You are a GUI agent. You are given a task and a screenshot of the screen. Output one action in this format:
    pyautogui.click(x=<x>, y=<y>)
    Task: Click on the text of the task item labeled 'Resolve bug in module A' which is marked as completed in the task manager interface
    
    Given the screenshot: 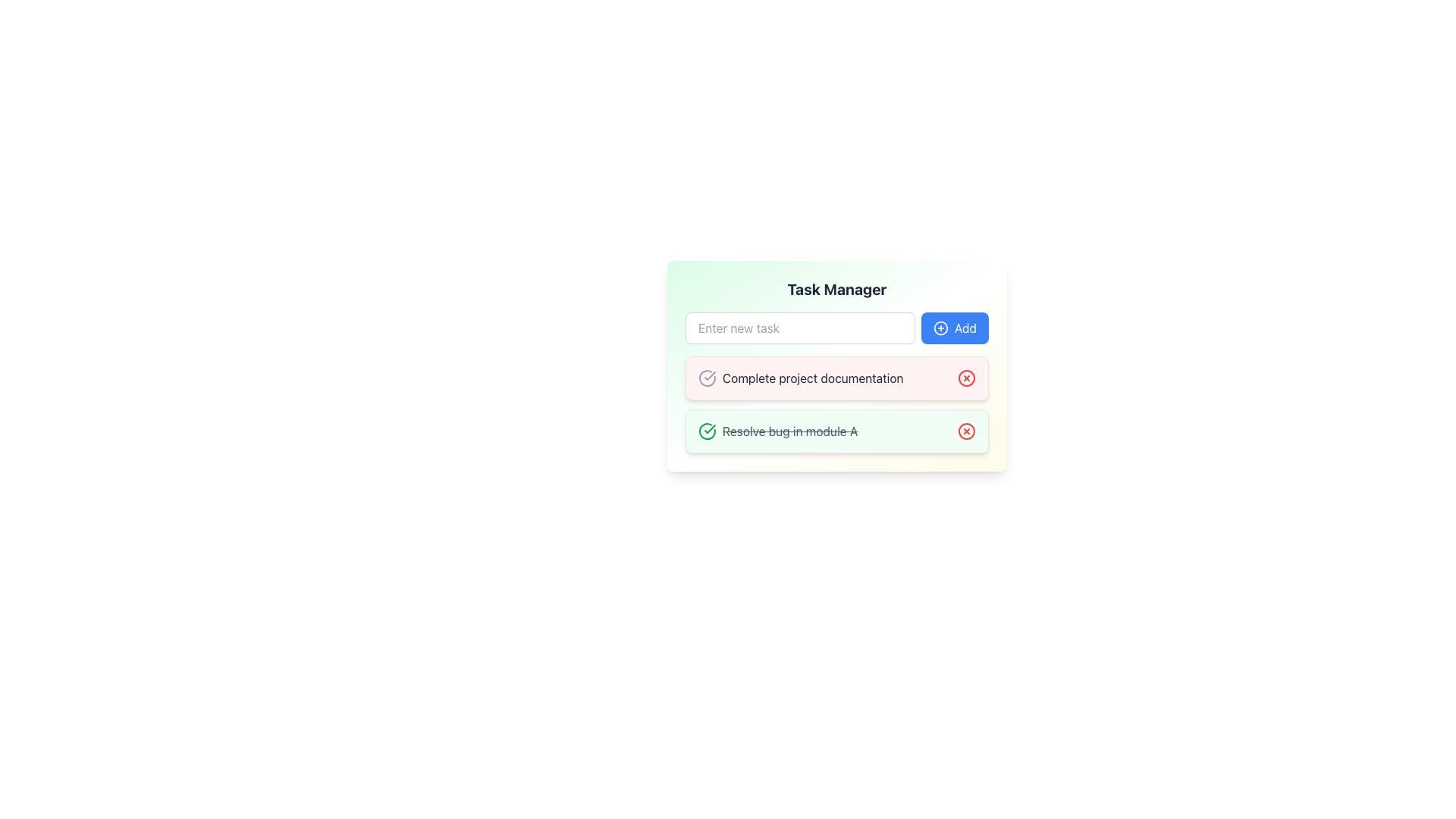 What is the action you would take?
    pyautogui.click(x=778, y=431)
    